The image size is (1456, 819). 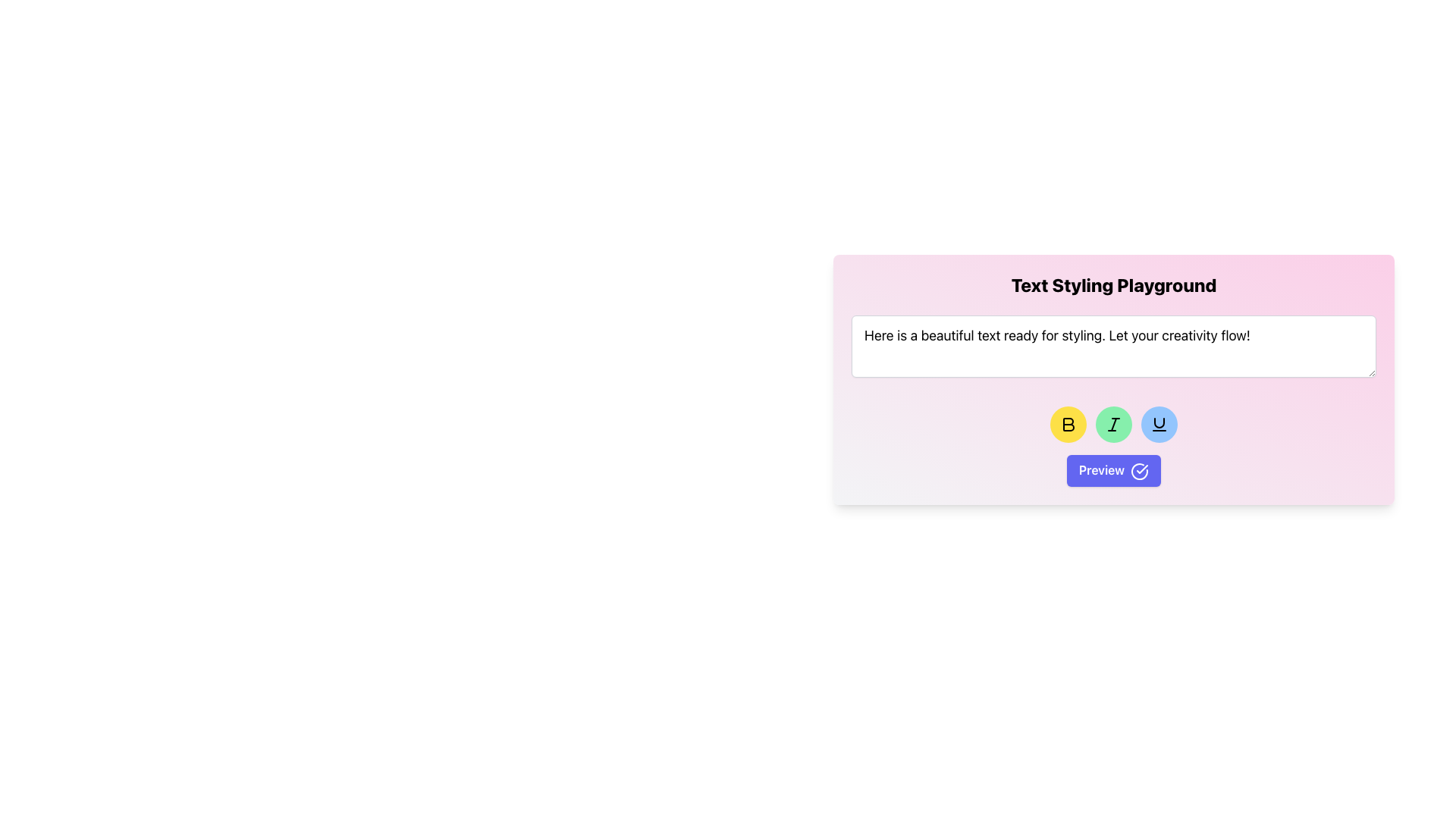 What do you see at coordinates (1159, 424) in the screenshot?
I see `the 'Underline' icon button located in the toolbar under the text area input field of the 'Text Styling Playground' interface` at bounding box center [1159, 424].